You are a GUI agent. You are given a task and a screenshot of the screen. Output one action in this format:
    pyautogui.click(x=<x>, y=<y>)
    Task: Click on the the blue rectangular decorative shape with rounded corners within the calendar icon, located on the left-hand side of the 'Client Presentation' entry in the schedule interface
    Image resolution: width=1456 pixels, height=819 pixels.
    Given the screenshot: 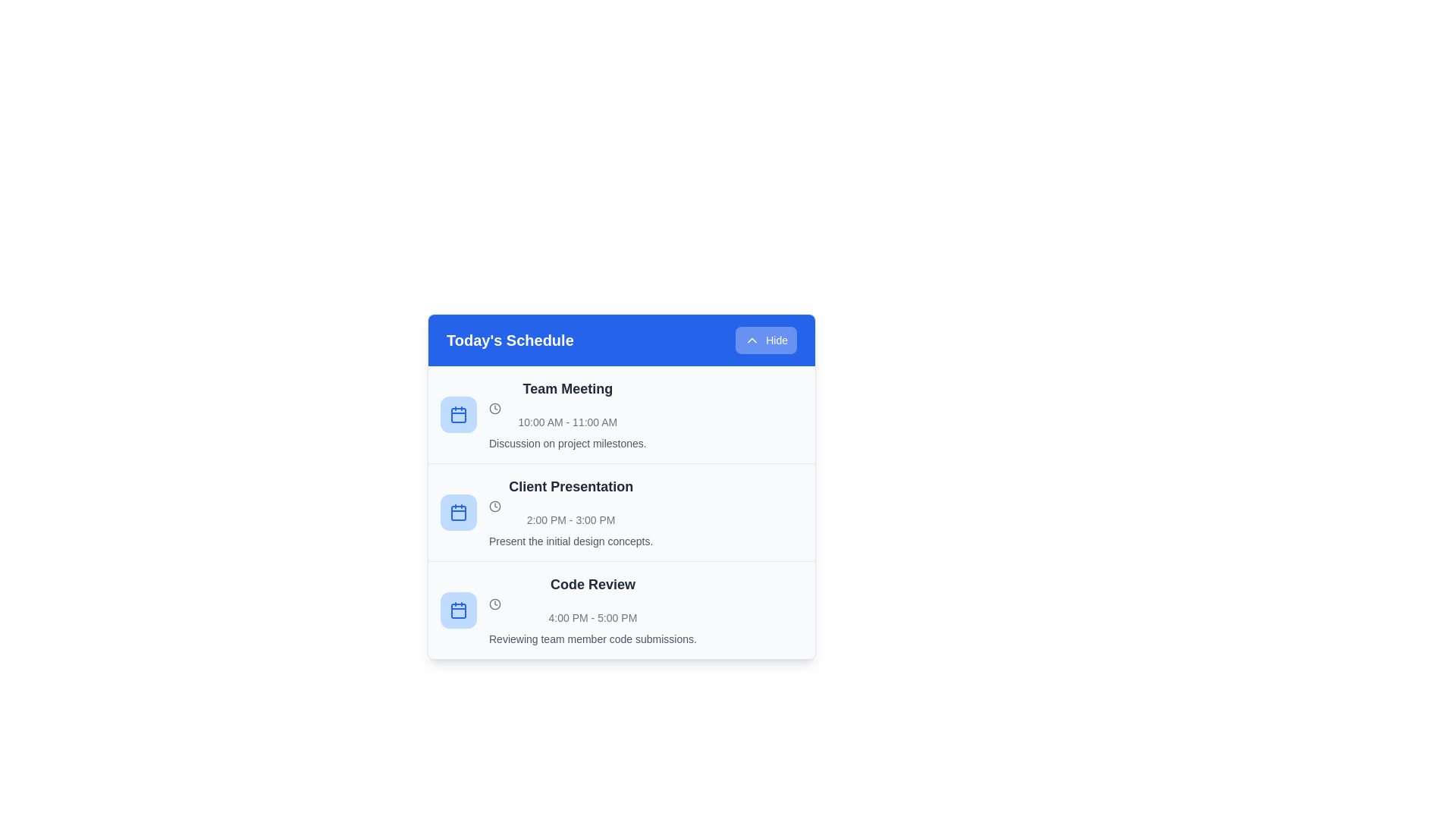 What is the action you would take?
    pyautogui.click(x=457, y=513)
    